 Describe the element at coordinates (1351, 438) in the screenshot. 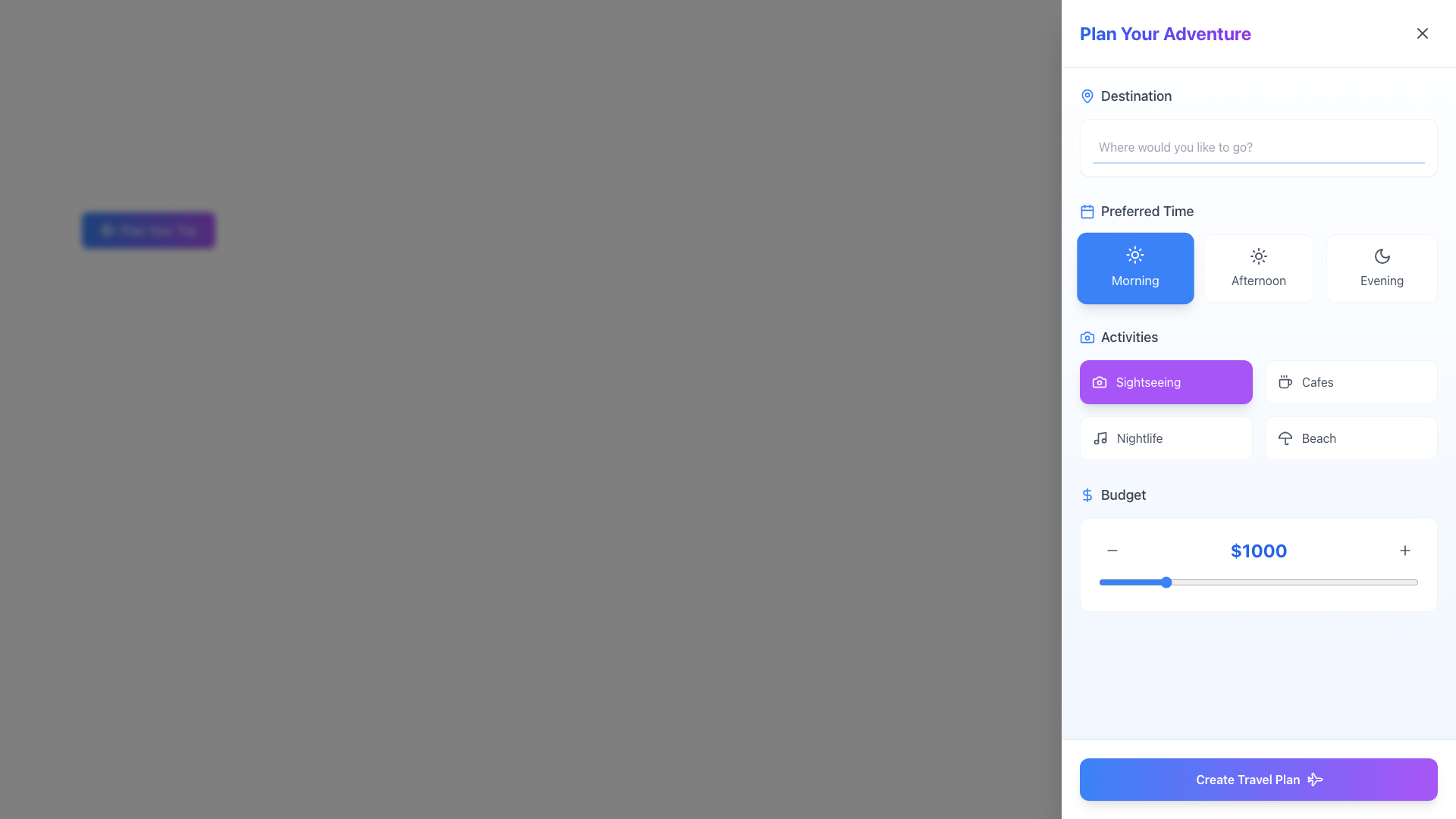

I see `the 'Beach' activity selection button located in the activities section of the form at the bottom right corner, specifically the fourth option among the available activities` at that location.